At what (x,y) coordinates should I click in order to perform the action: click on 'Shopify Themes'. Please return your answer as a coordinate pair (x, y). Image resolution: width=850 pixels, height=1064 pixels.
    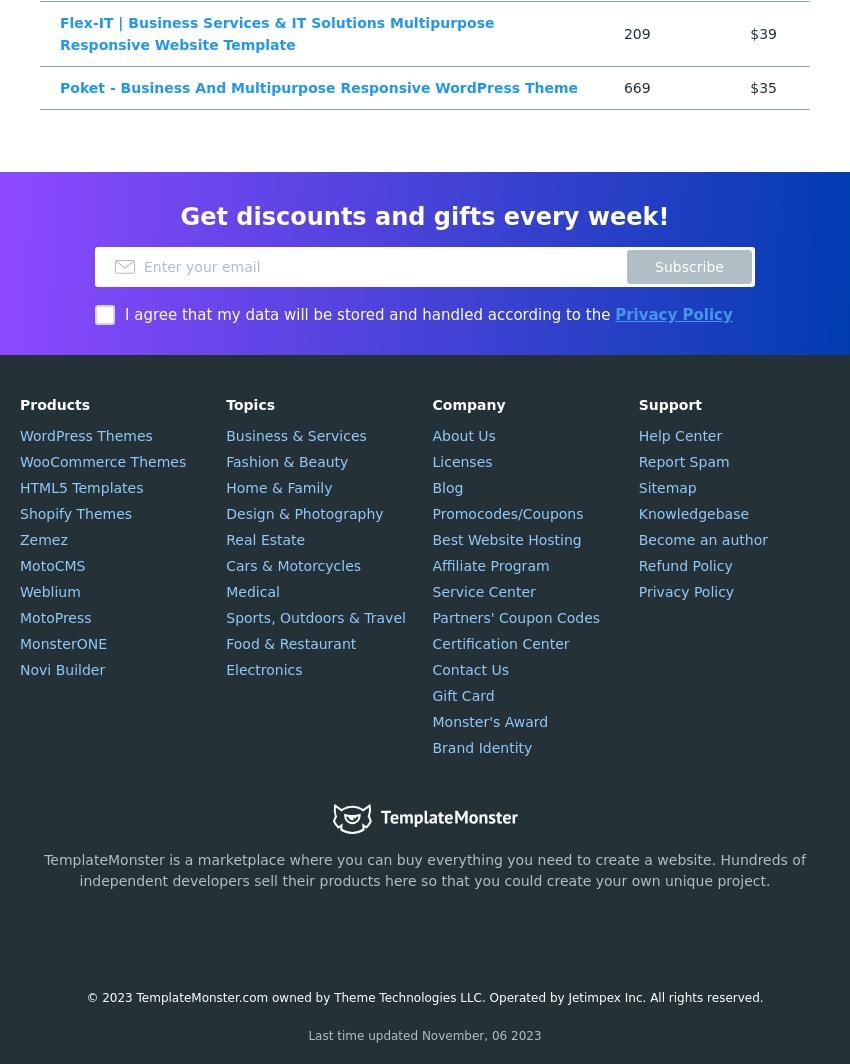
    Looking at the image, I should click on (75, 514).